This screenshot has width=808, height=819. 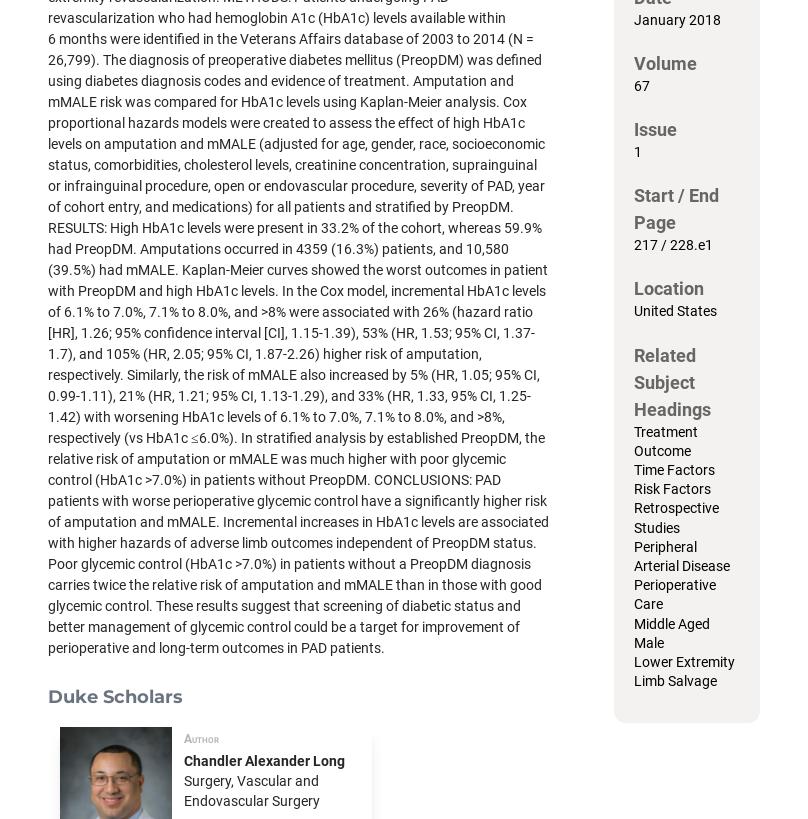 I want to click on 'Perioperative Care', so click(x=675, y=593).